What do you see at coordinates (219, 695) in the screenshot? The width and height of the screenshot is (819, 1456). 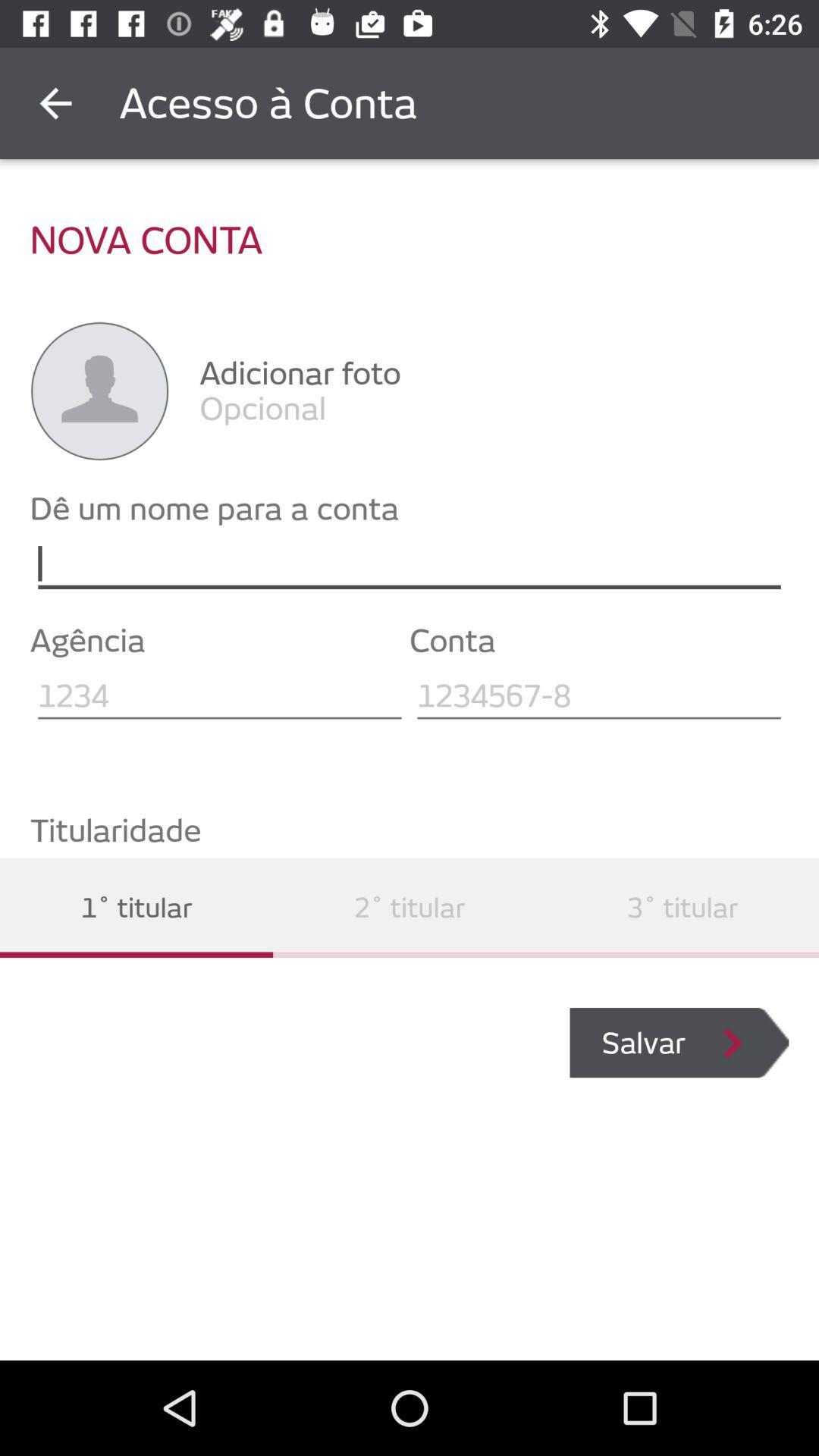 I see `agency name` at bounding box center [219, 695].